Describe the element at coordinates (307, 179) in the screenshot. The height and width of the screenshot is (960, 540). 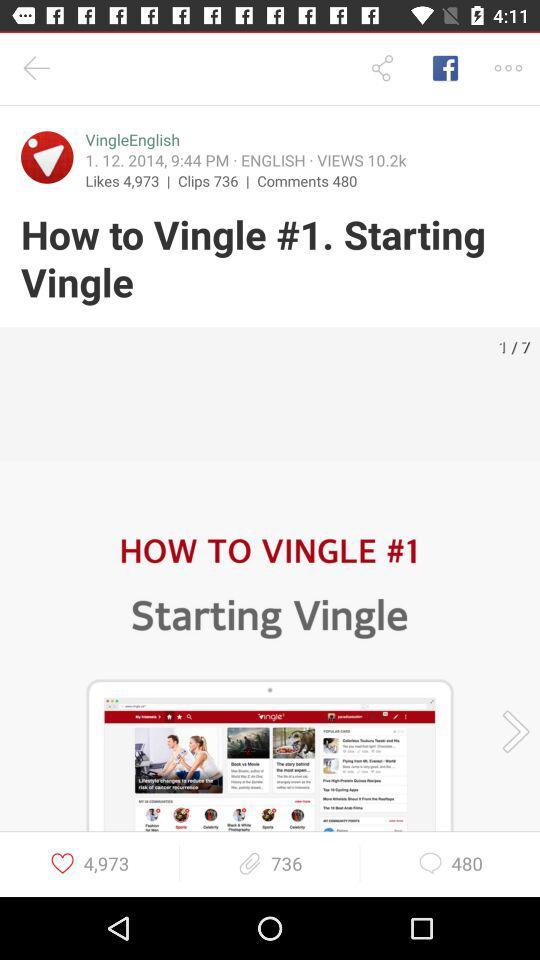
I see `item next to the clips 736  |   icon` at that location.